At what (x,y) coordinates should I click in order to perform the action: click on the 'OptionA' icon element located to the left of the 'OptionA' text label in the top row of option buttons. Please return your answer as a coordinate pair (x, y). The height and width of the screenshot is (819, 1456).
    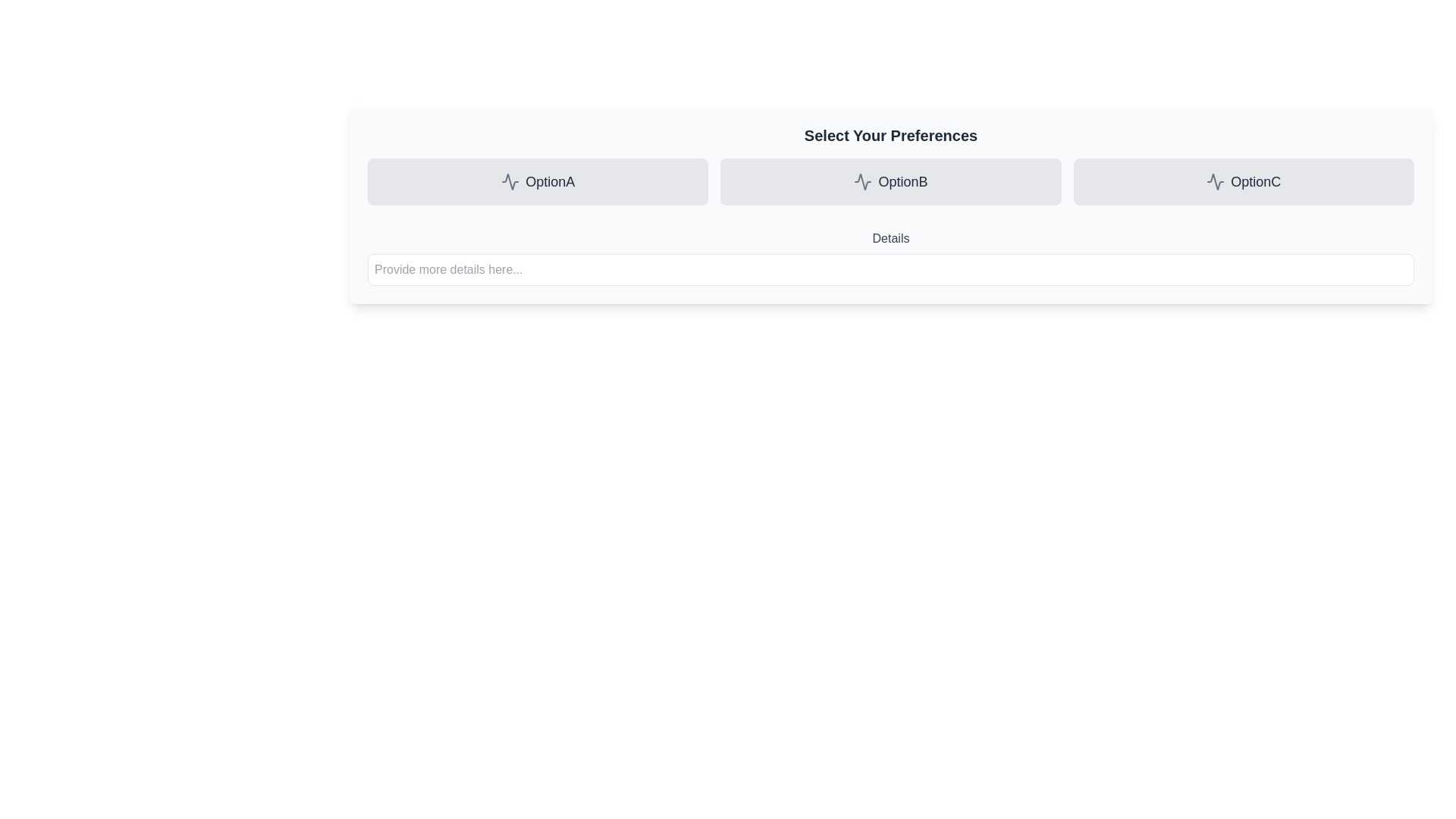
    Looking at the image, I should click on (510, 180).